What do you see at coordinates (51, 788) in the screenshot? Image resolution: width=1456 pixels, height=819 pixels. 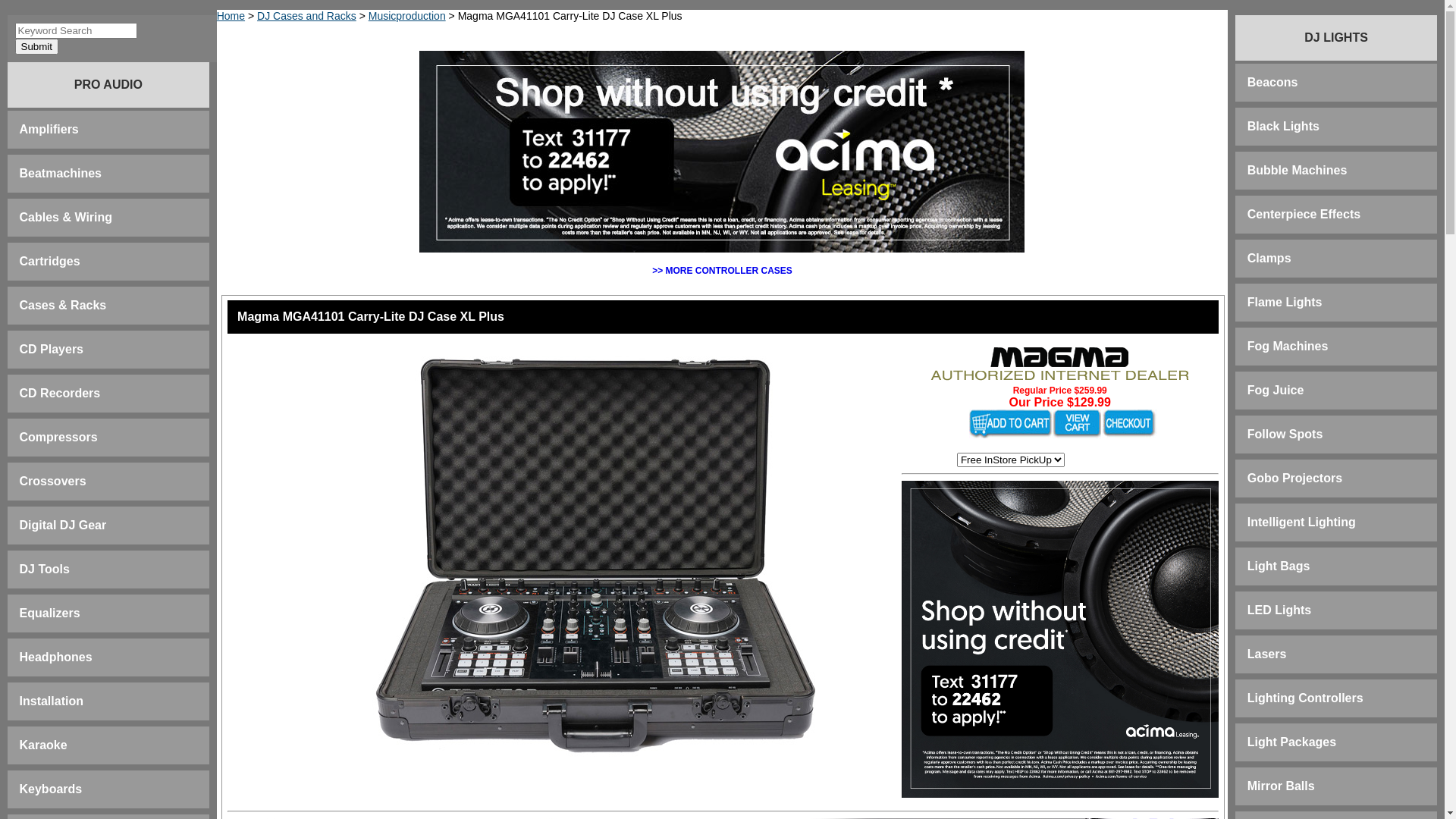 I see `'Keyboards'` at bounding box center [51, 788].